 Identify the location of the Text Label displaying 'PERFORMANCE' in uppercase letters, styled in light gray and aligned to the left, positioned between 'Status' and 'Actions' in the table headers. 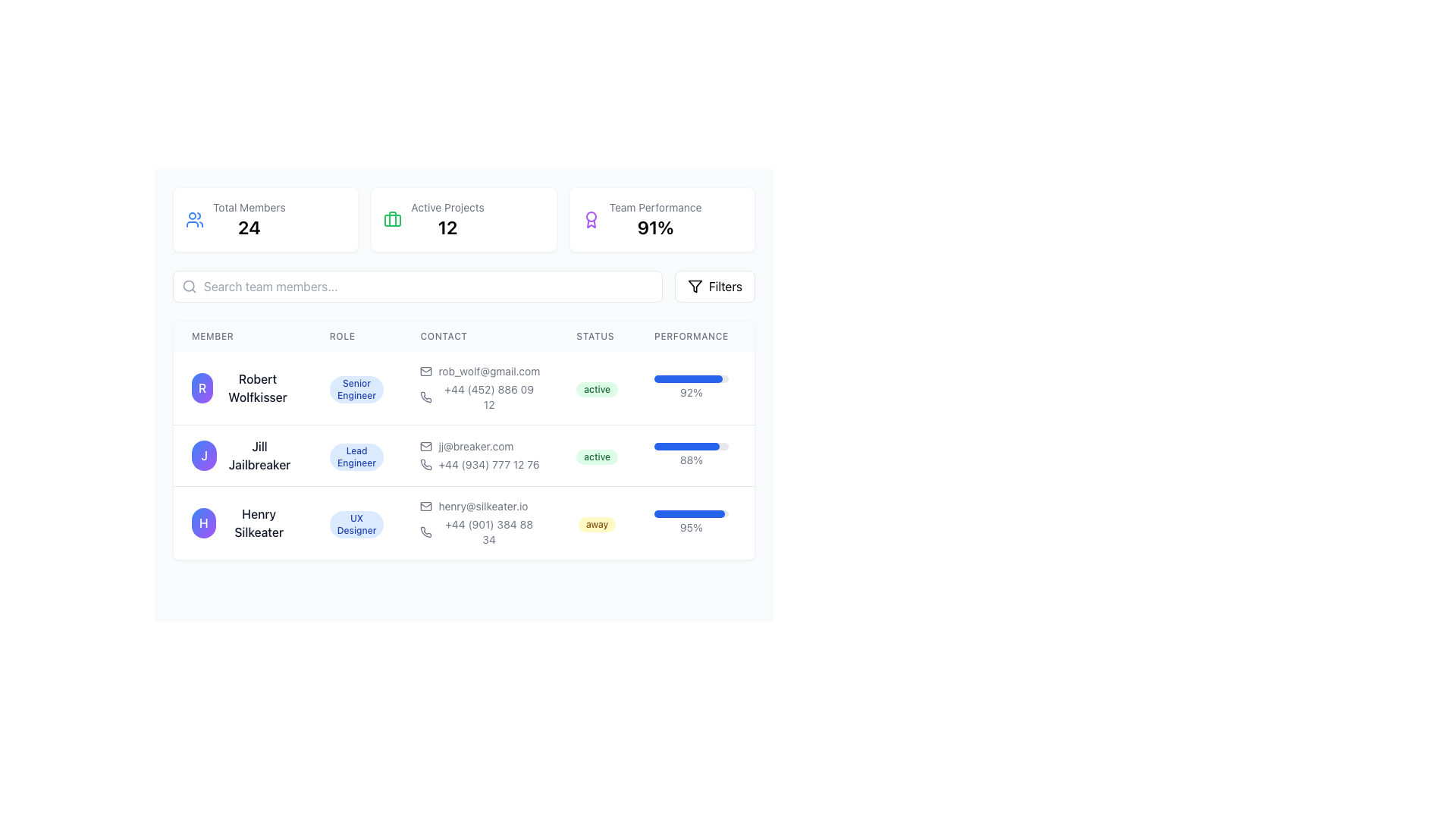
(691, 335).